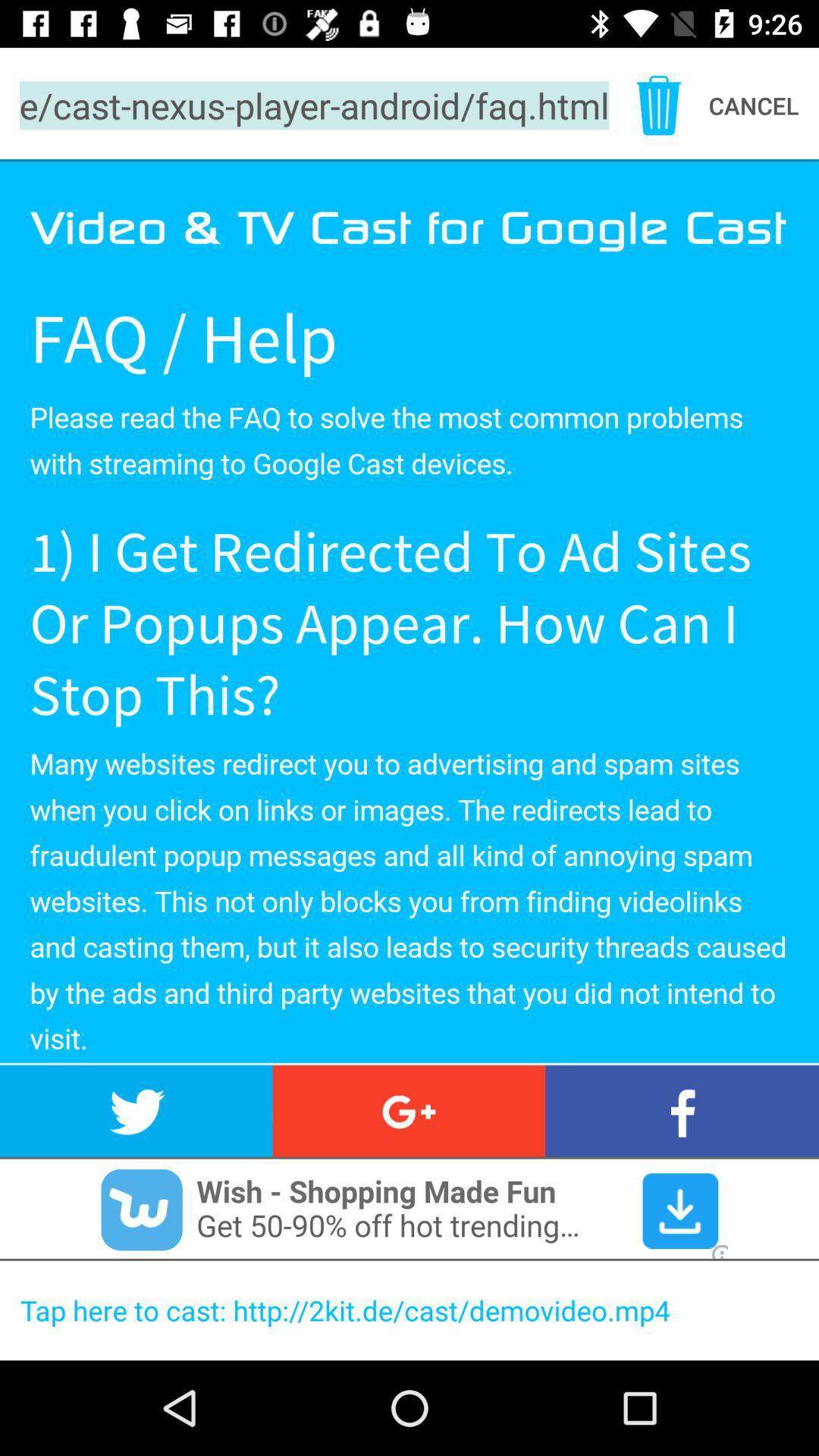 Image resolution: width=819 pixels, height=1456 pixels. Describe the element at coordinates (657, 105) in the screenshot. I see `the delete icon` at that location.